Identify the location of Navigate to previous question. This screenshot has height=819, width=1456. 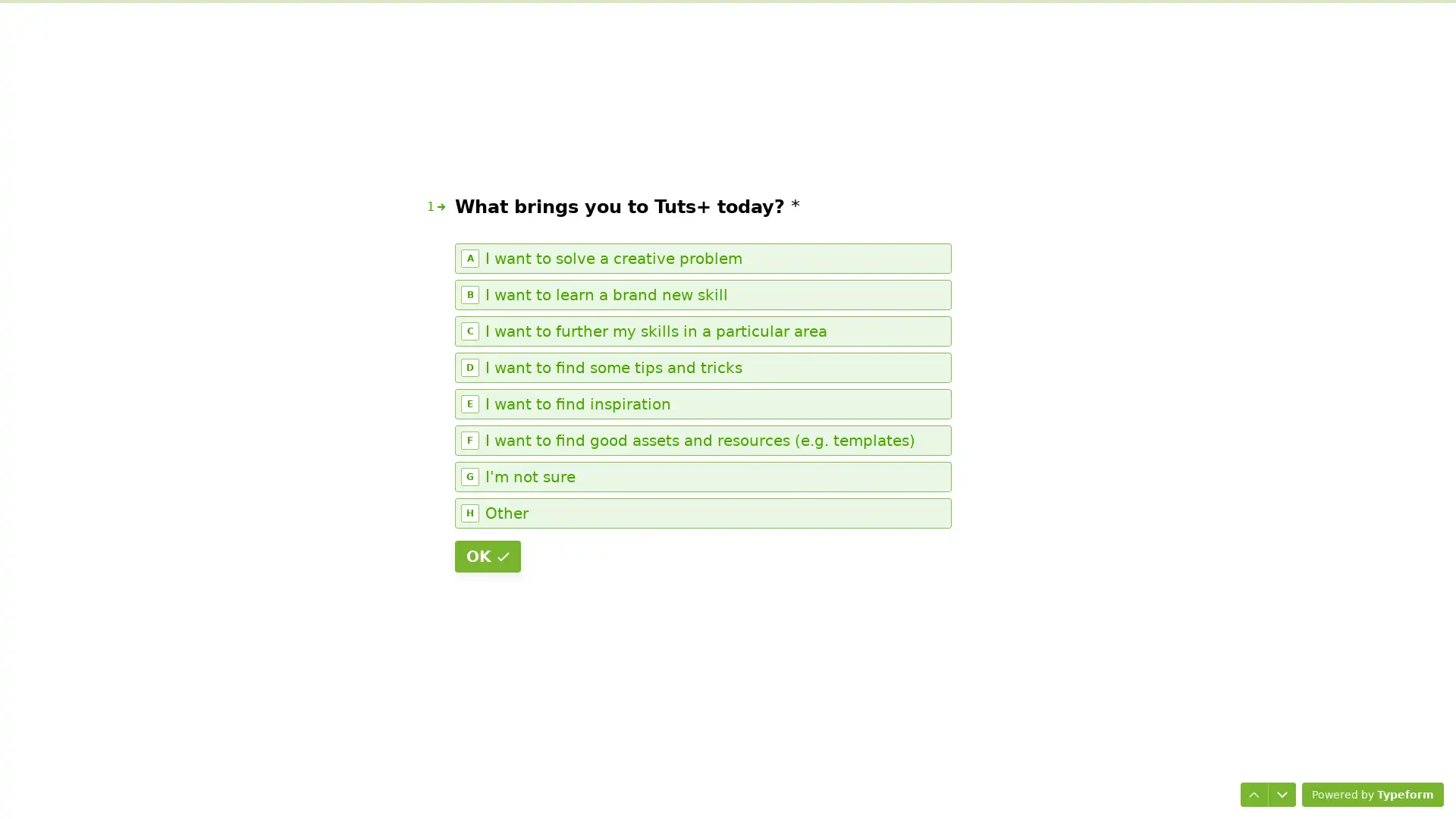
(1248, 788).